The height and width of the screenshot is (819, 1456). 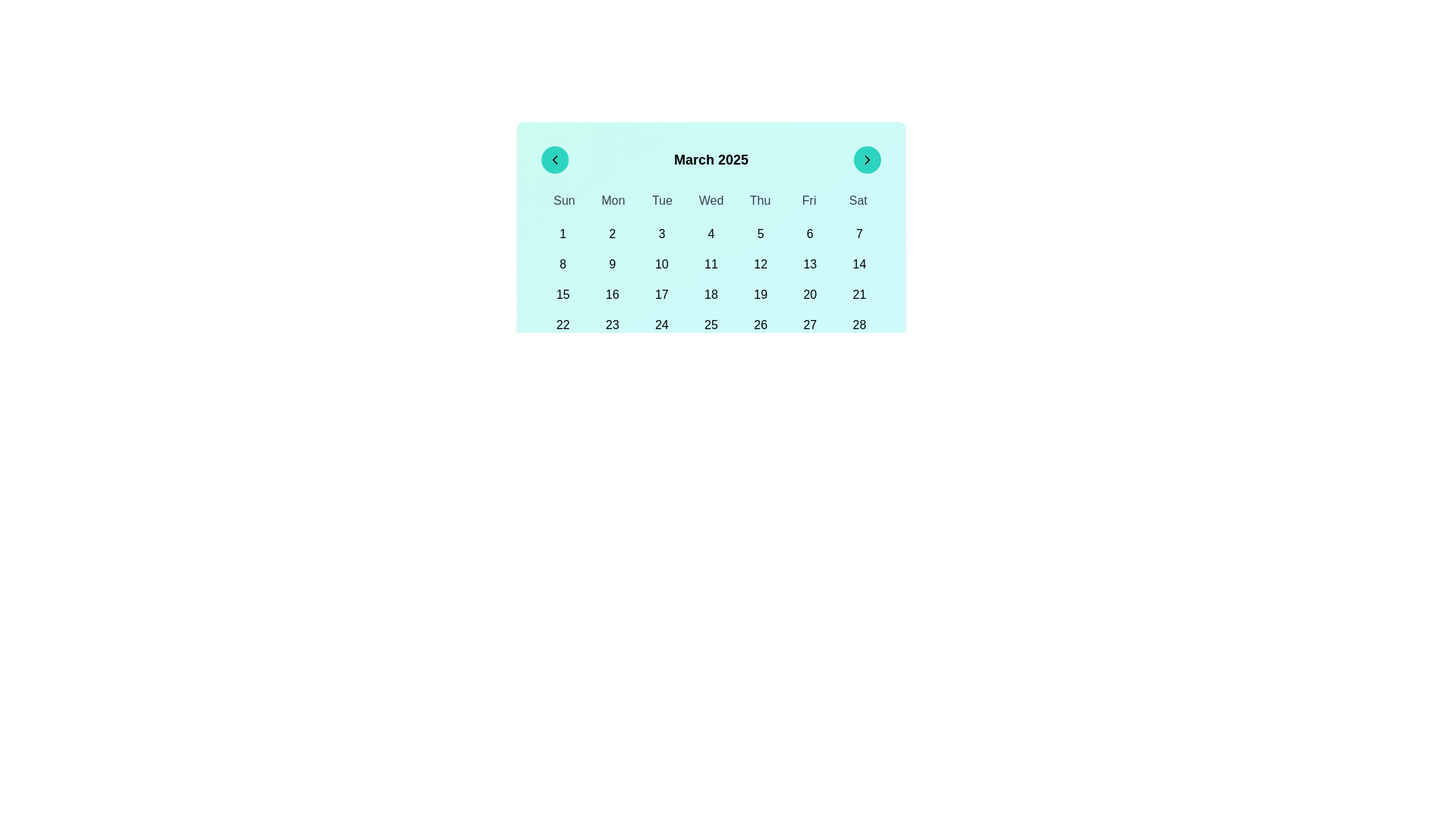 I want to click on the rounded rectangular button displaying the number '24' in bold black text, so click(x=661, y=324).